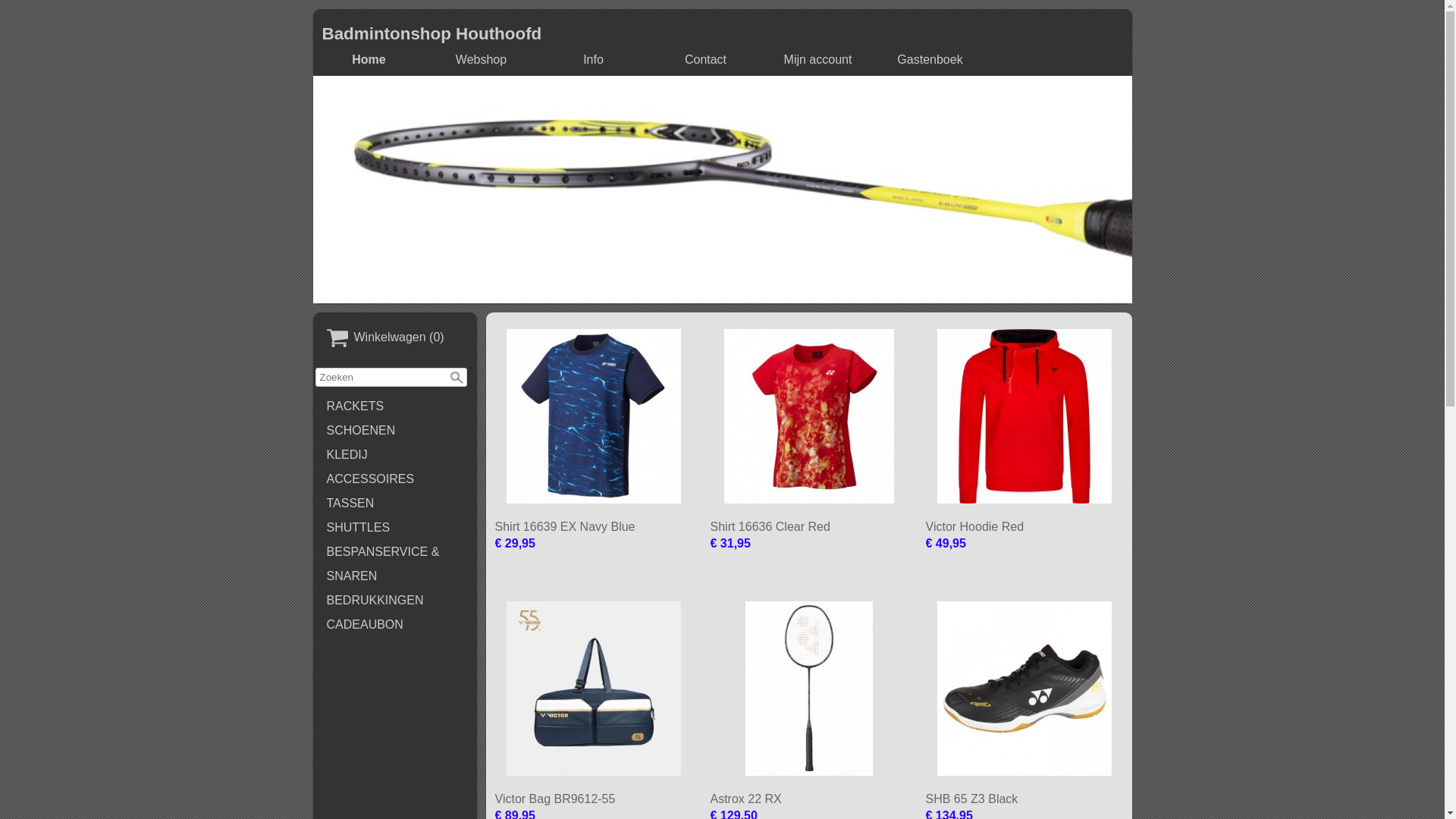 The image size is (1456, 819). I want to click on 'Contact', so click(654, 58).